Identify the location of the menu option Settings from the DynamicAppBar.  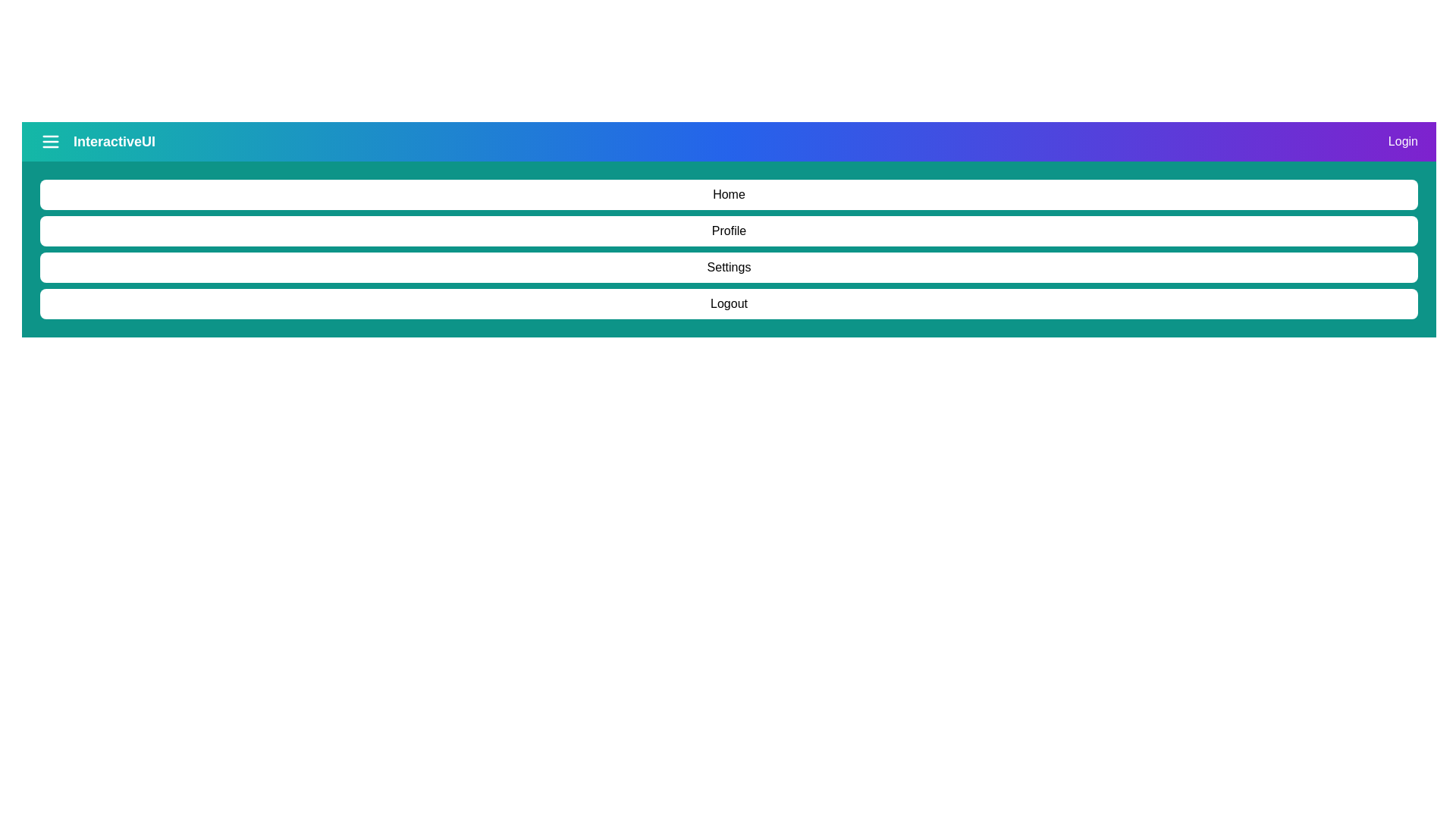
(729, 267).